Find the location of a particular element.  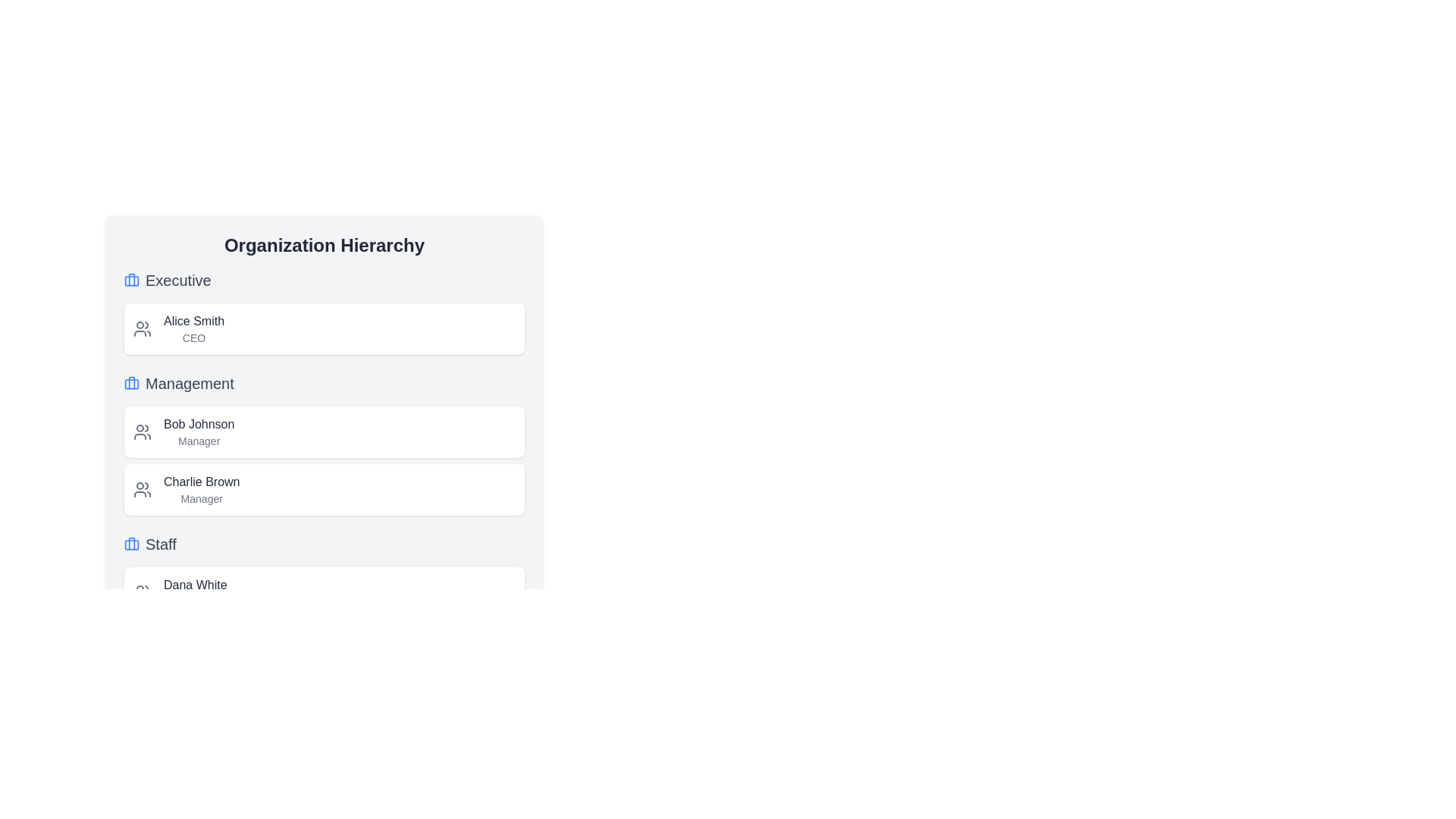

the text label that reads 'Dana White', which is styled in a medium font weight and dark gray color, located in the 'Staff' section above the role title 'Developer' is located at coordinates (194, 584).